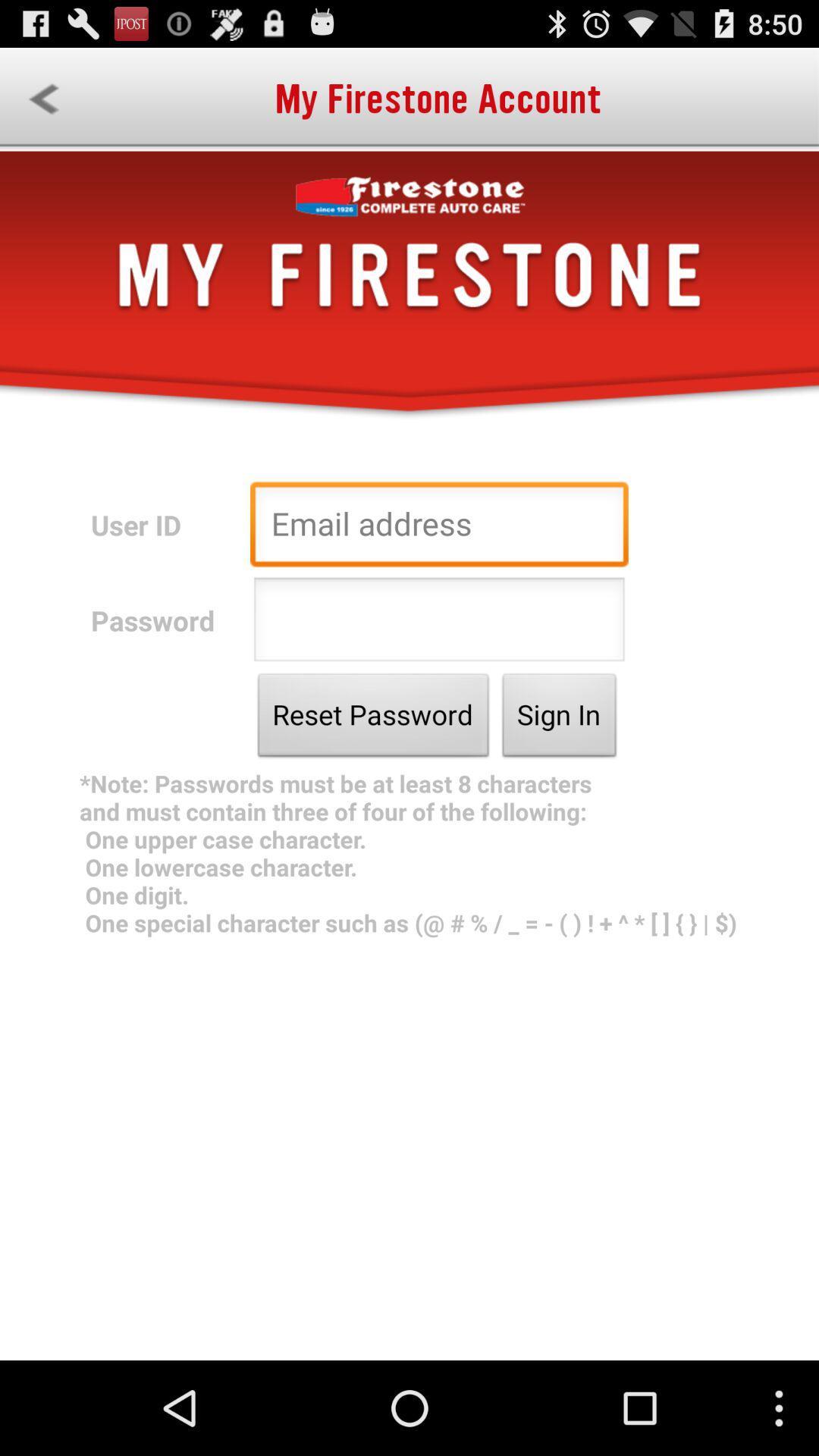  I want to click on the item above the note passwords must item, so click(559, 718).